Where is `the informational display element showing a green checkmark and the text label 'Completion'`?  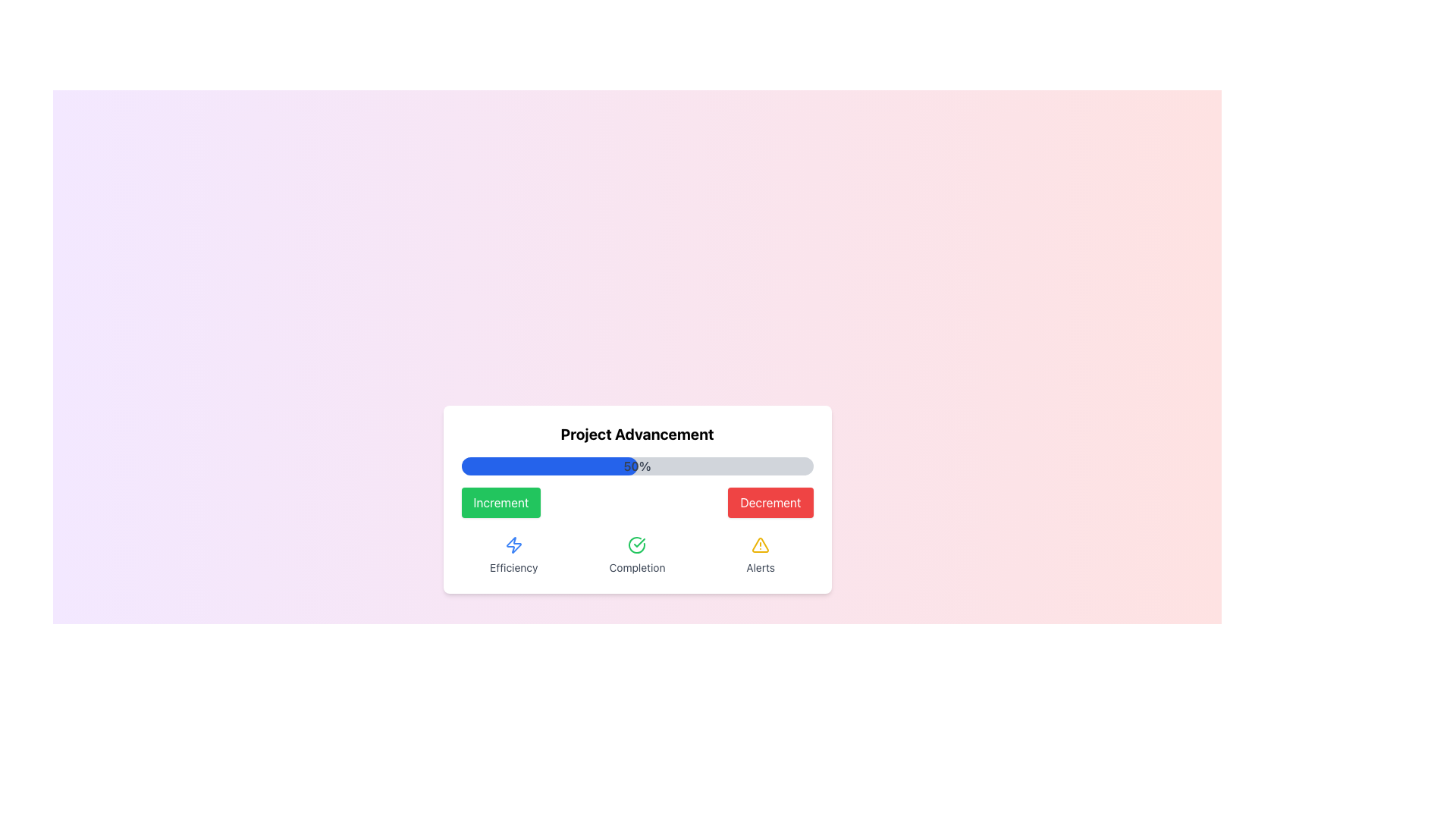 the informational display element showing a green checkmark and the text label 'Completion' is located at coordinates (637, 555).